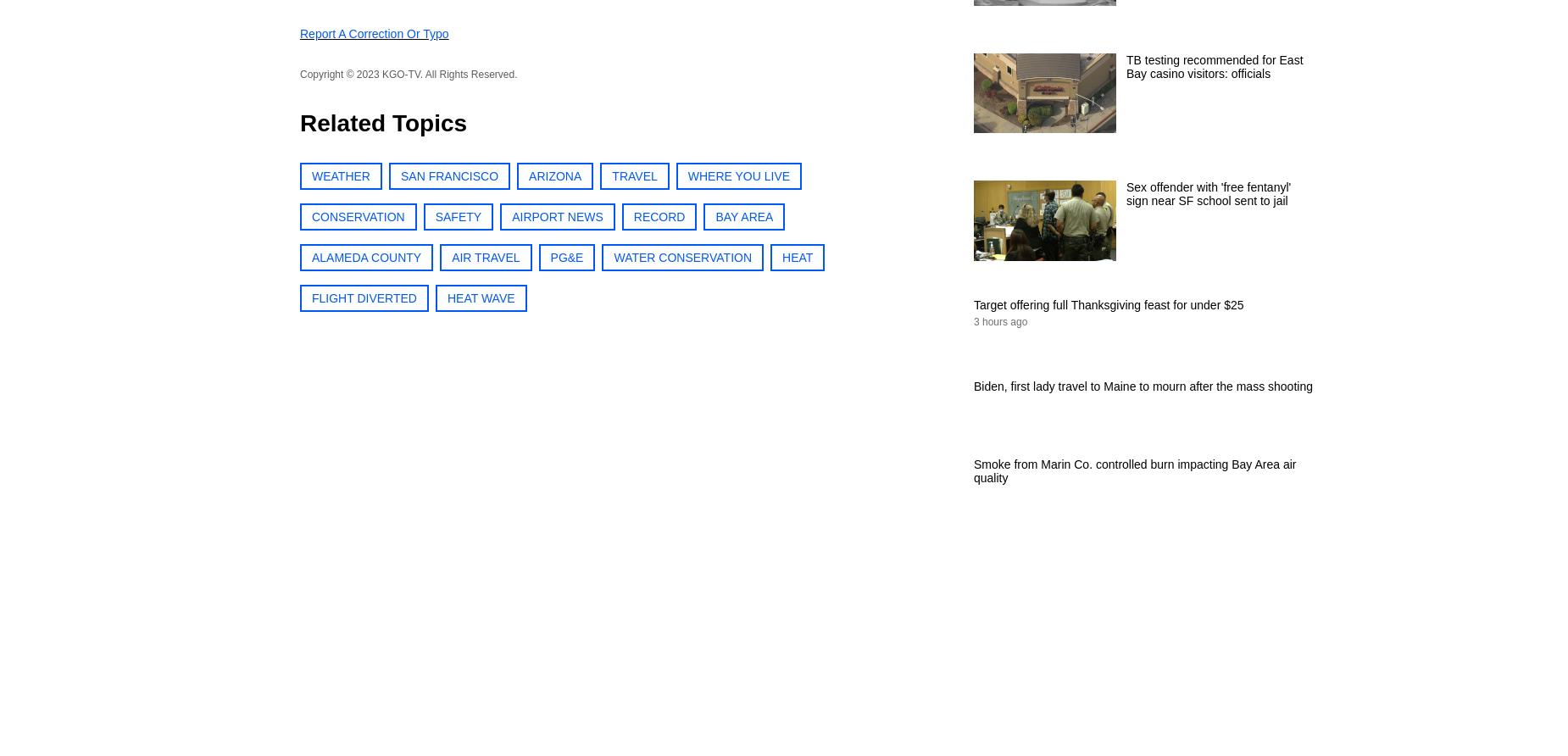 The image size is (1568, 756). I want to click on 'Report a correction or typo', so click(299, 33).